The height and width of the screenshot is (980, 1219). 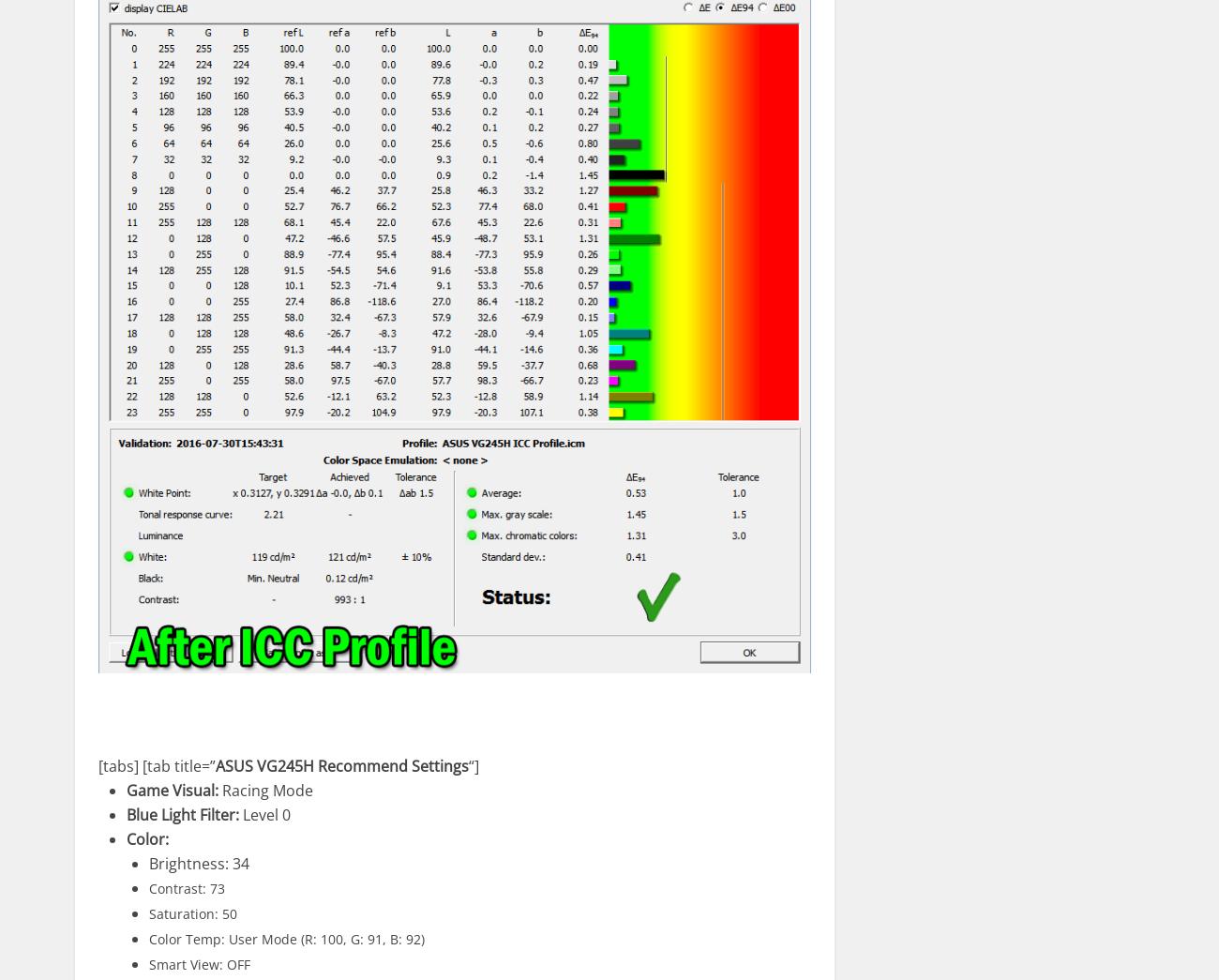 What do you see at coordinates (199, 863) in the screenshot?
I see `'Brightness: 34'` at bounding box center [199, 863].